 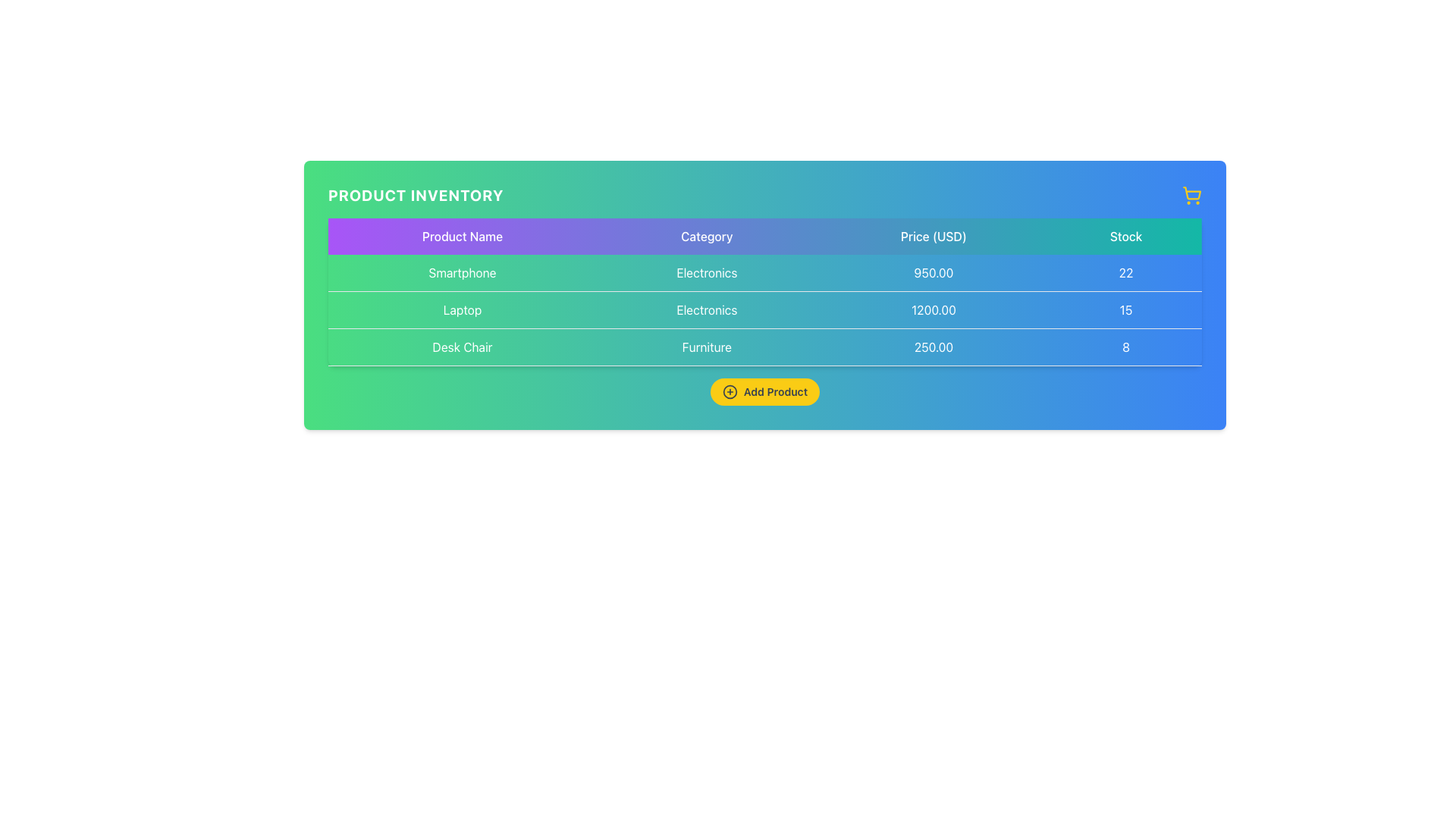 I want to click on the text label 'Category' which is styled in white on a gradient background and is part of the header row of a table, positioned between 'Product Name' and 'Price (USD).', so click(x=706, y=237).